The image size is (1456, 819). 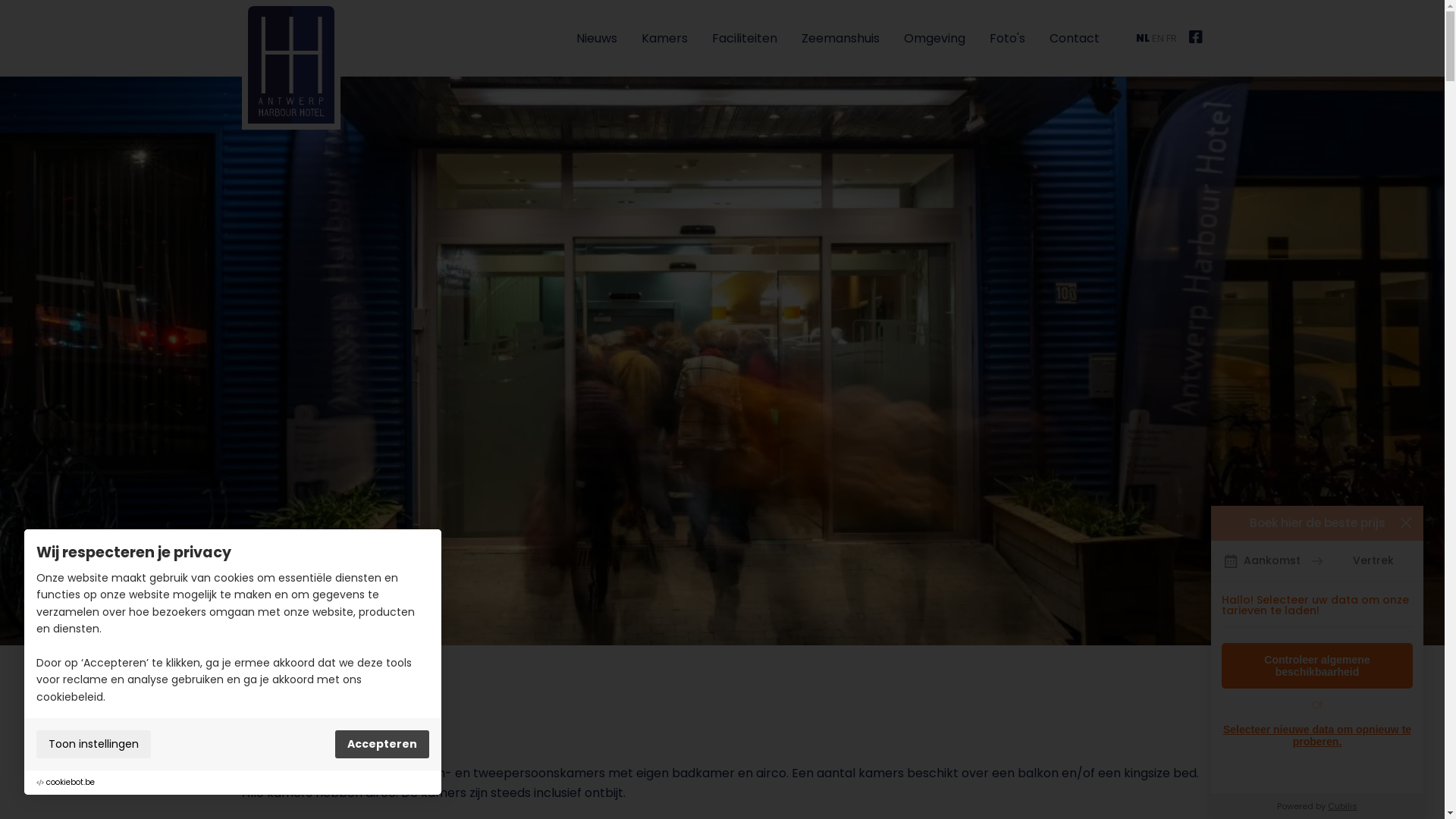 What do you see at coordinates (839, 37) in the screenshot?
I see `'Zeemanshuis'` at bounding box center [839, 37].